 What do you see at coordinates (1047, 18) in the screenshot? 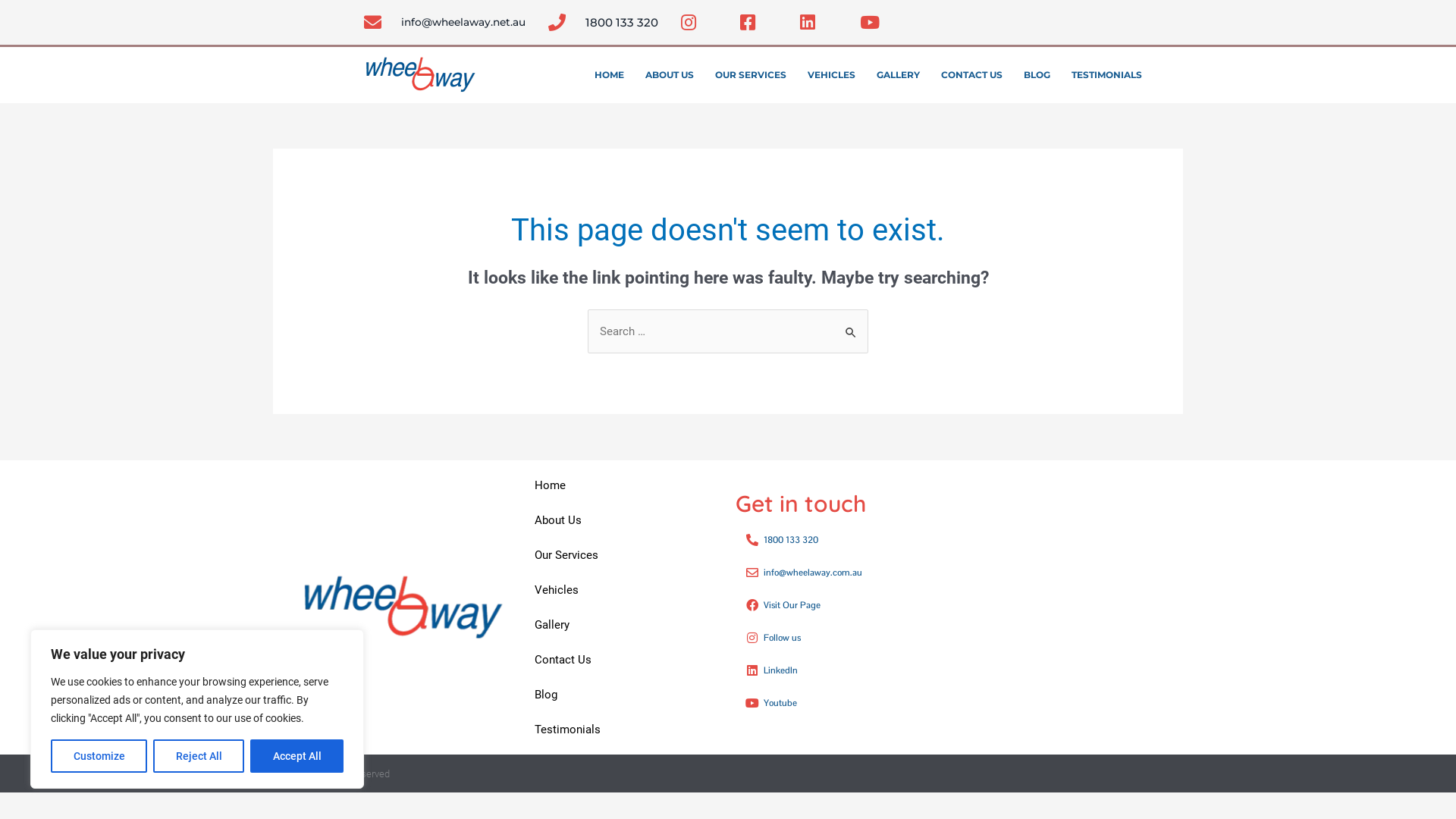
I see `'Facebook'` at bounding box center [1047, 18].